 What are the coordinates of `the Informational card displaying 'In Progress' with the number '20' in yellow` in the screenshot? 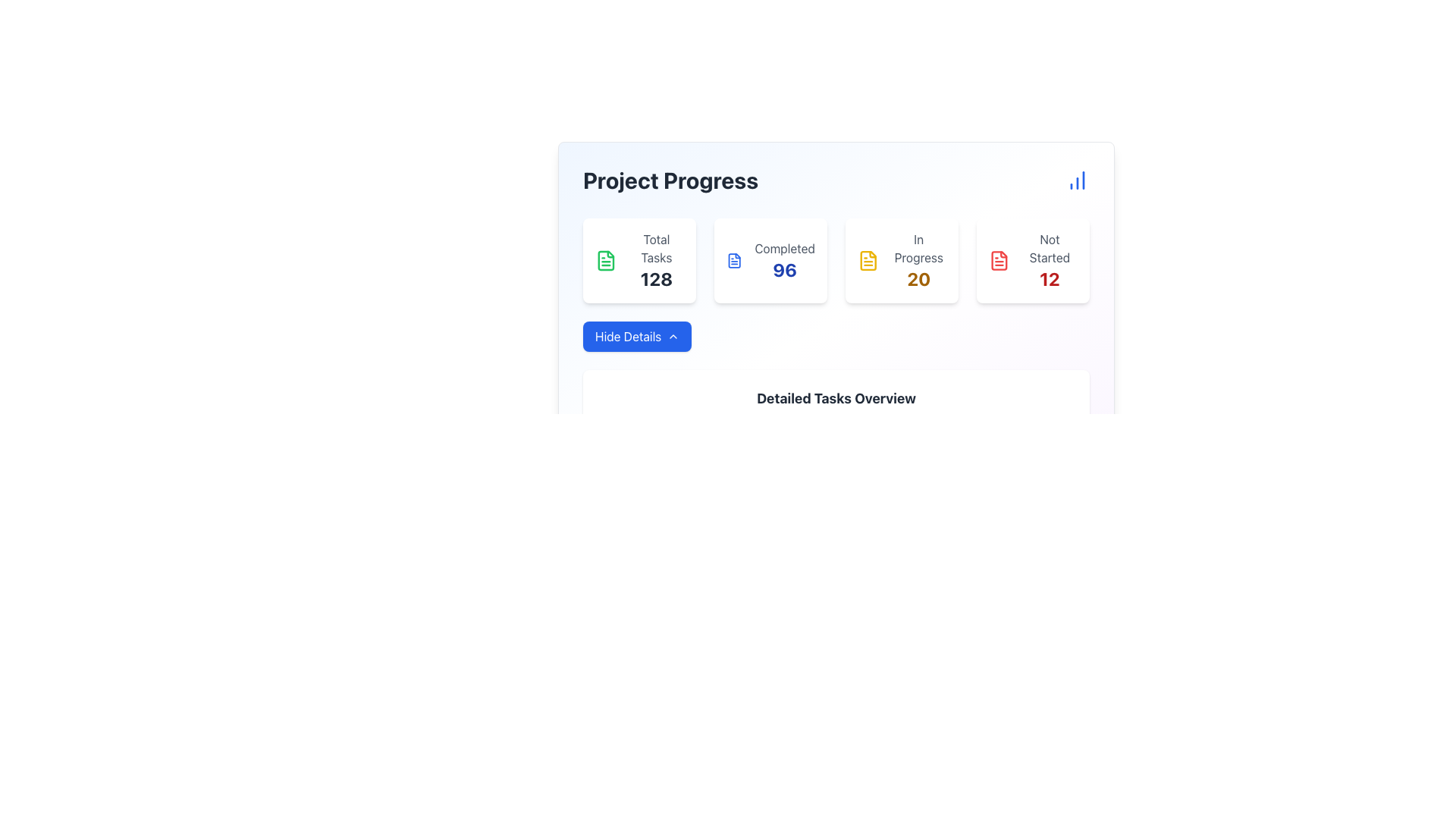 It's located at (902, 259).